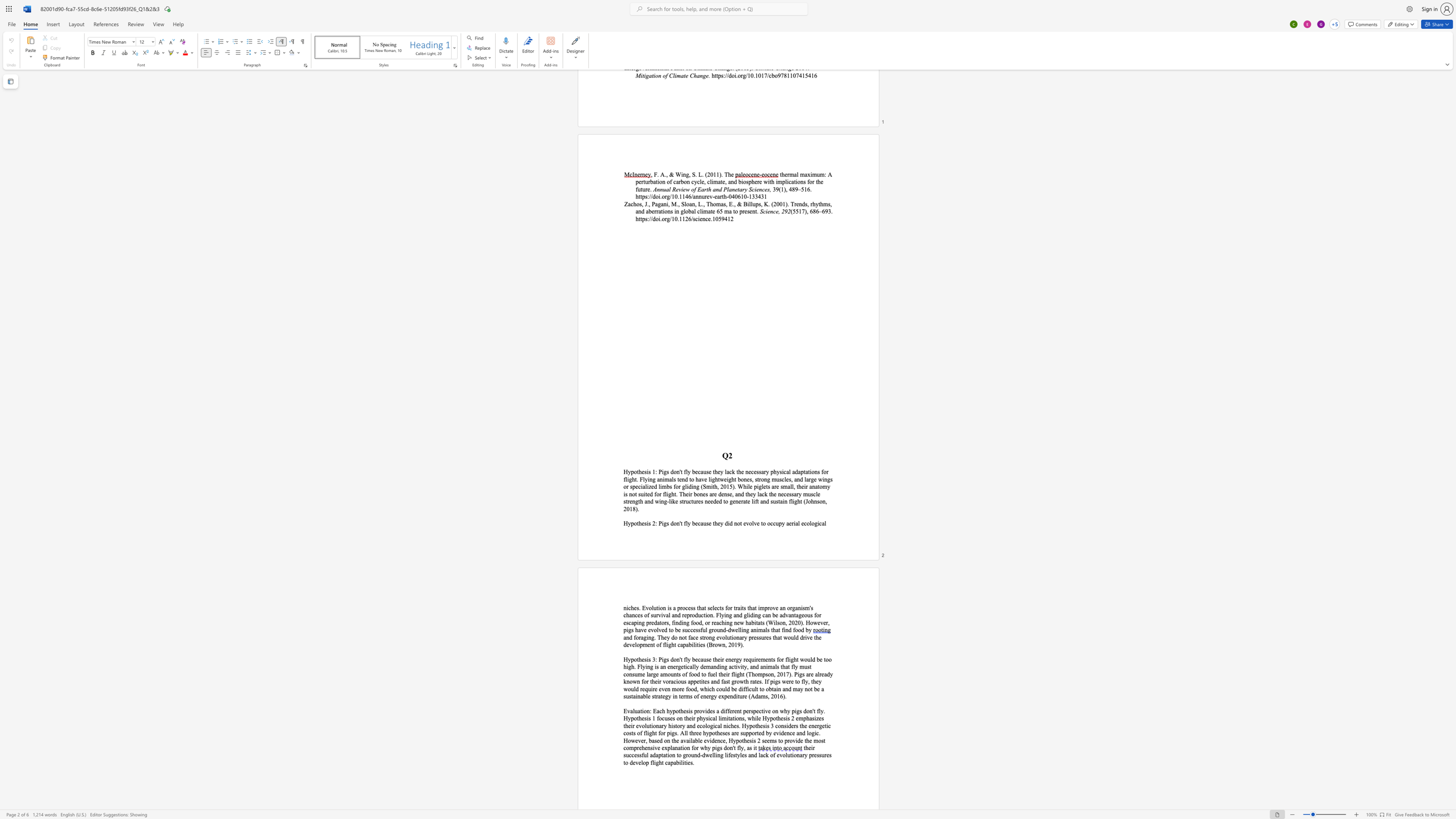  I want to click on the 2th character "i" in the text, so click(658, 608).